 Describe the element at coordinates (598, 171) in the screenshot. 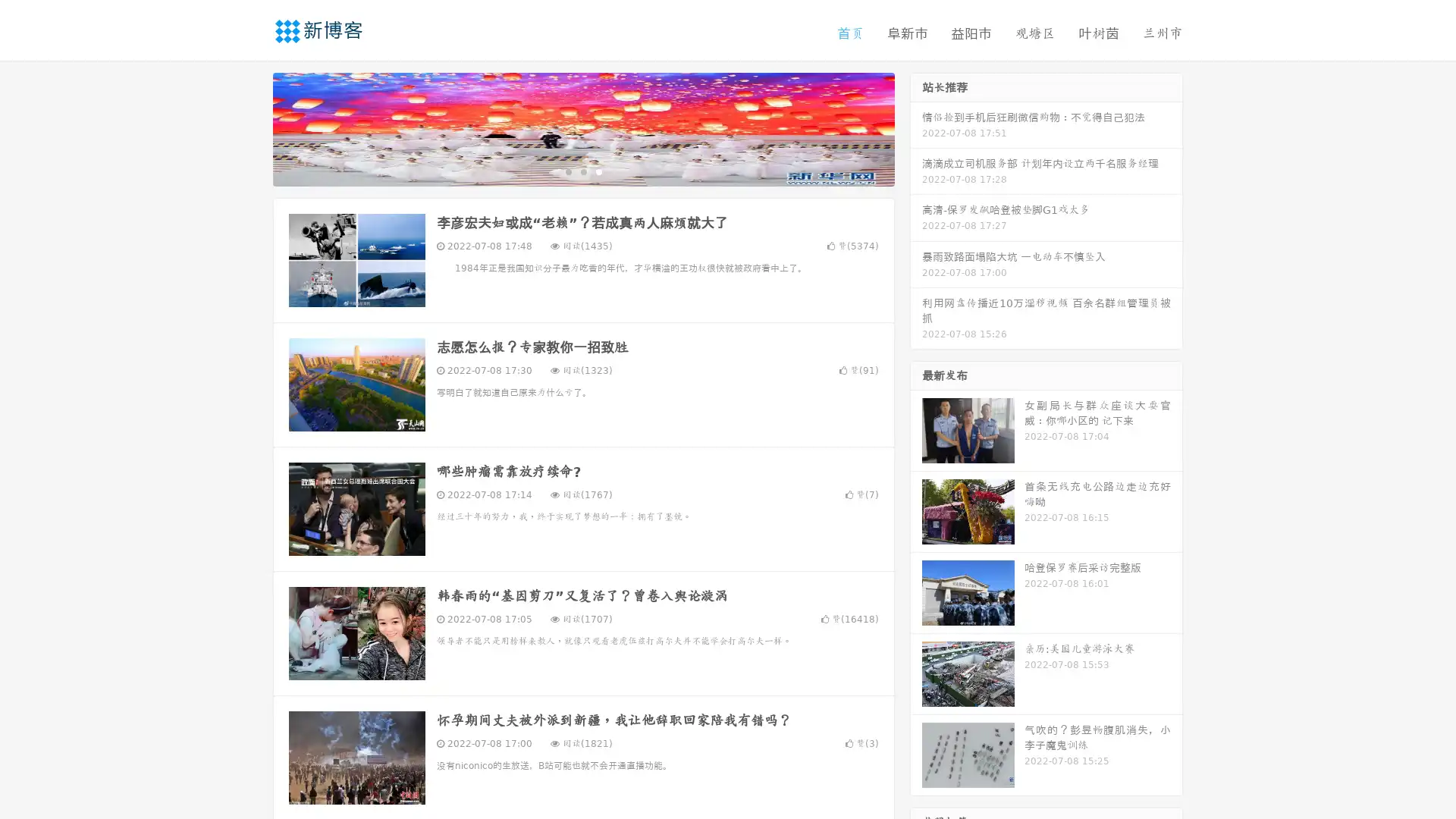

I see `Go to slide 3` at that location.